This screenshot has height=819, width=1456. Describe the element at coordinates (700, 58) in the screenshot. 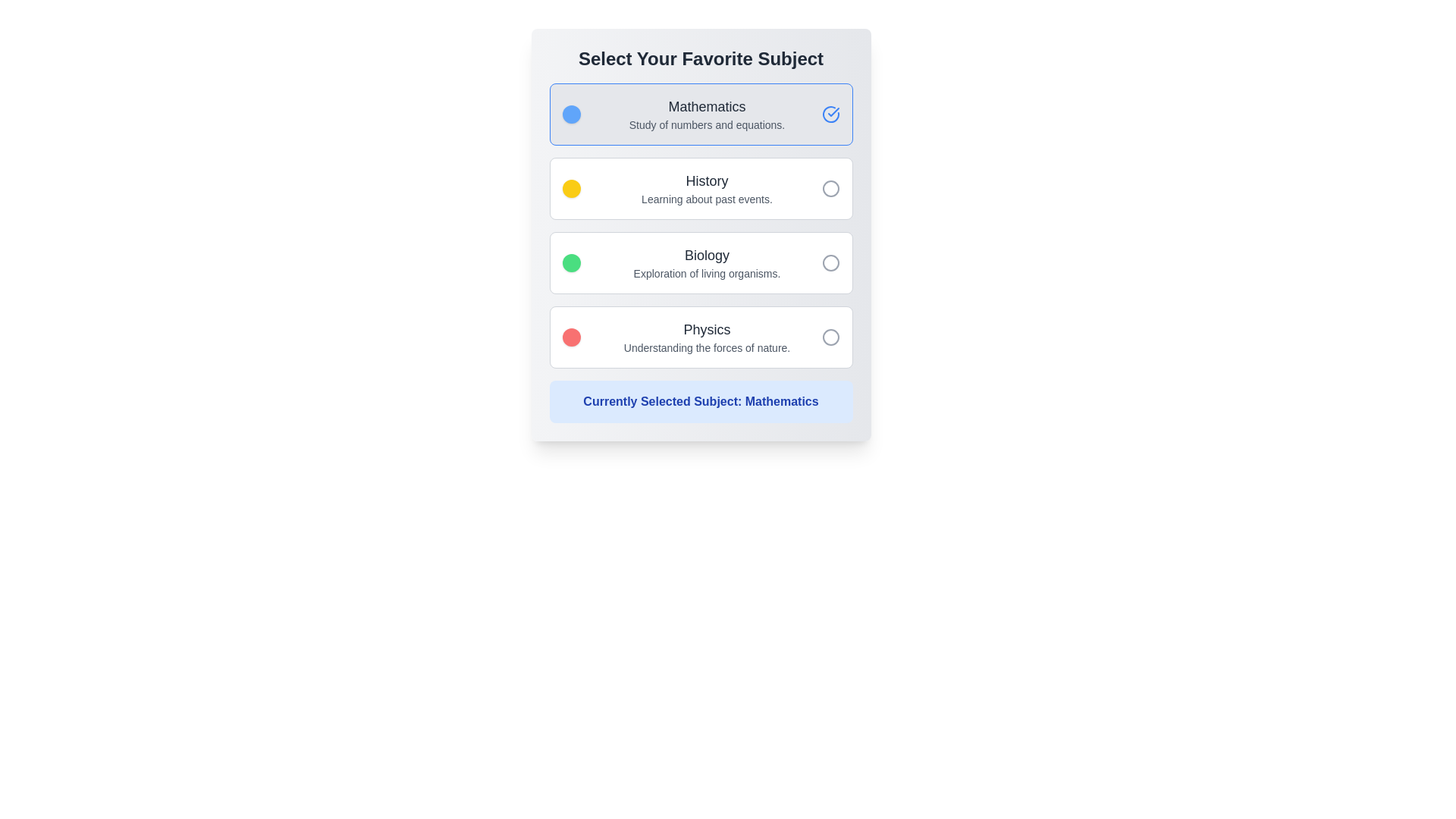

I see `the header text 'Select Your Favorite Subject' displayed in bold, large font at the top of the selection box` at that location.